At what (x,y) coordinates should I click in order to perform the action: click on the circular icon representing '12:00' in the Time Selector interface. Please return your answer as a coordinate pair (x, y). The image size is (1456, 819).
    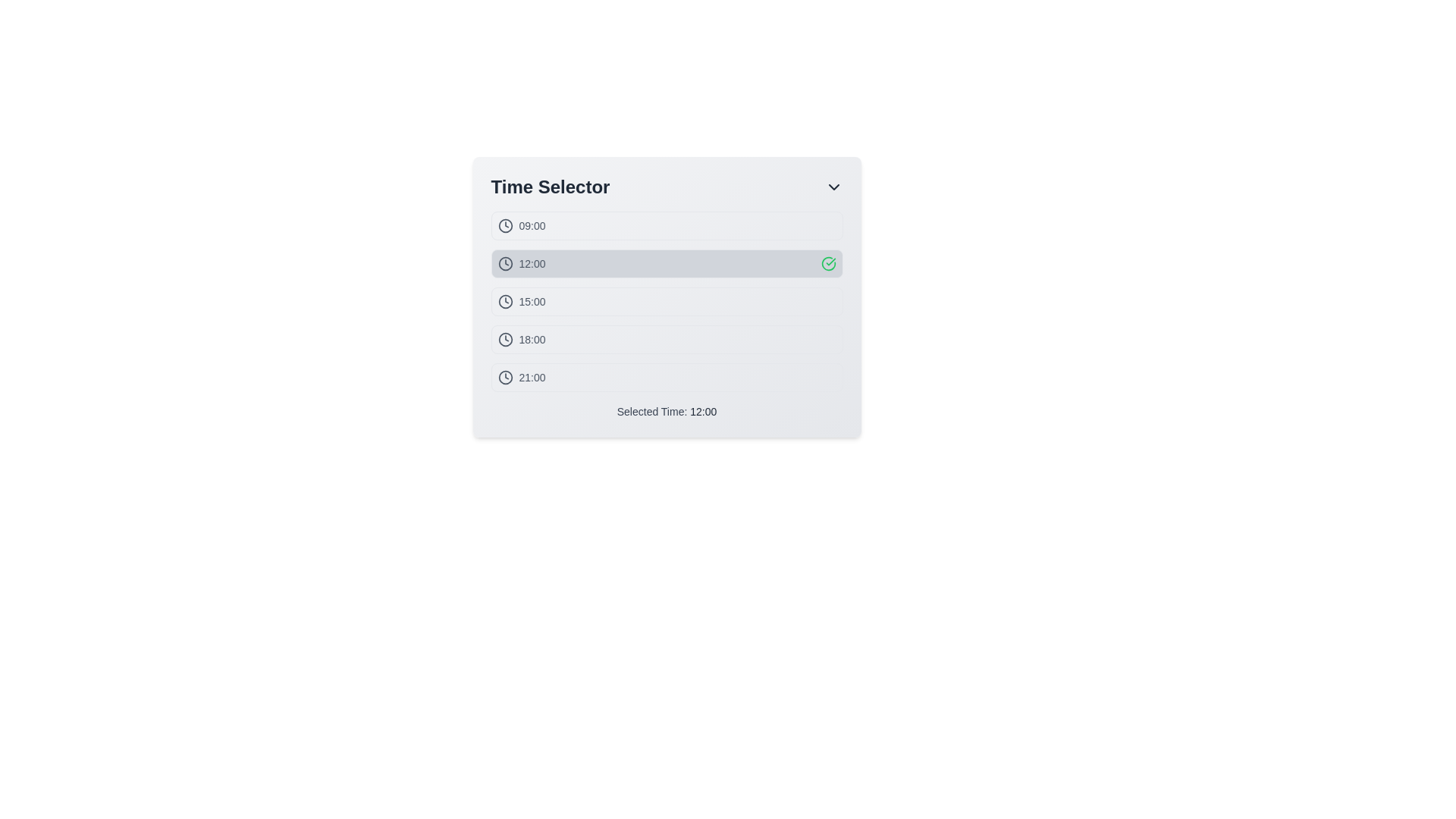
    Looking at the image, I should click on (505, 262).